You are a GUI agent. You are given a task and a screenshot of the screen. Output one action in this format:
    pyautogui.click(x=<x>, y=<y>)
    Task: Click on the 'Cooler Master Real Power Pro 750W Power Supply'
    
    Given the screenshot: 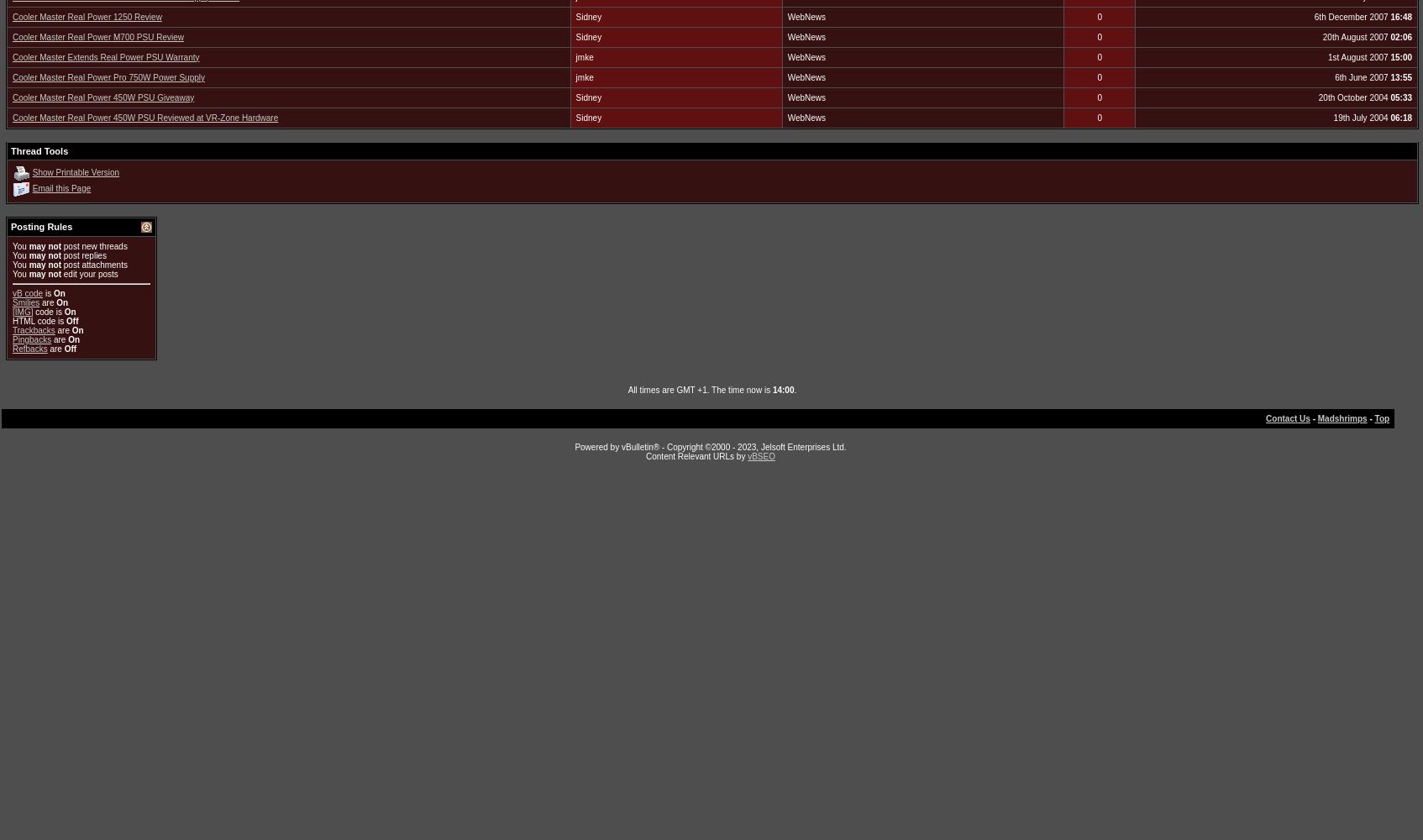 What is the action you would take?
    pyautogui.click(x=108, y=76)
    